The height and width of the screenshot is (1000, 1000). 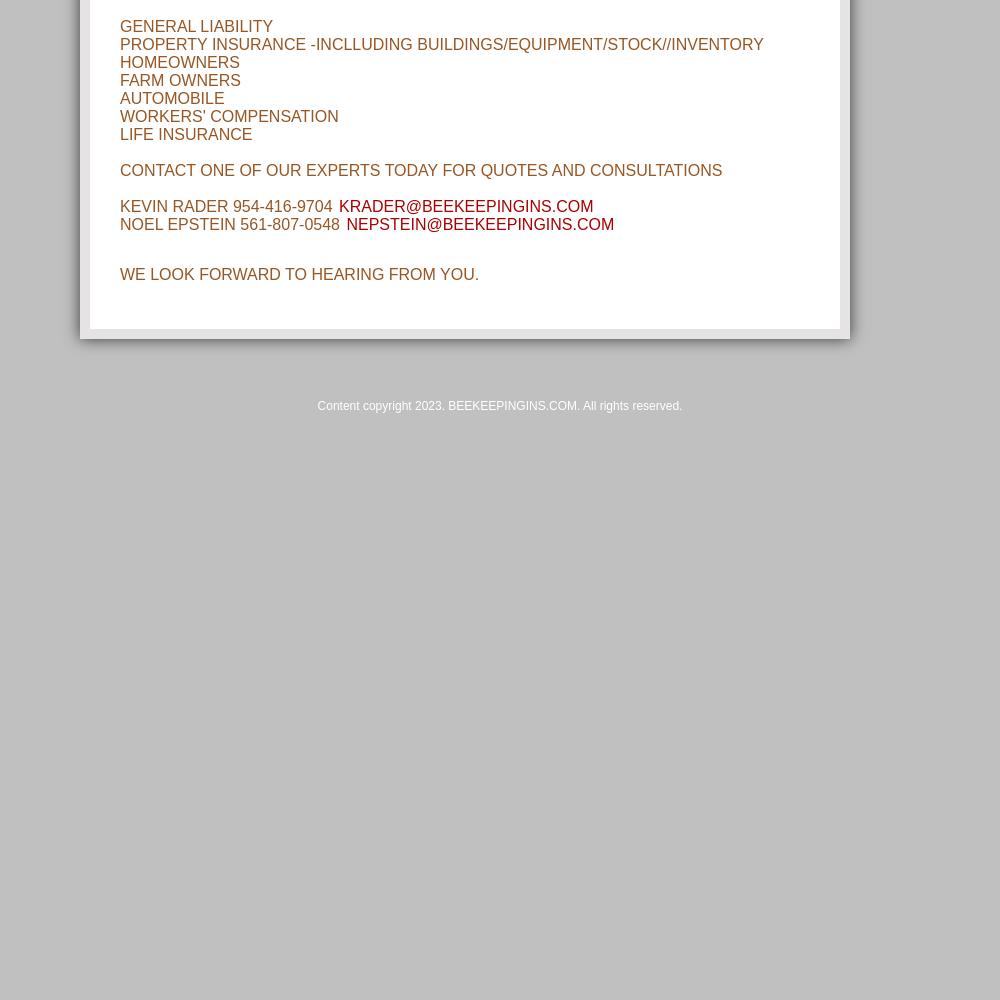 What do you see at coordinates (421, 170) in the screenshot?
I see `'CONTACT ONE OF OUR EXPERTS TODAY FOR QUOTES AND CONSULTATIONS'` at bounding box center [421, 170].